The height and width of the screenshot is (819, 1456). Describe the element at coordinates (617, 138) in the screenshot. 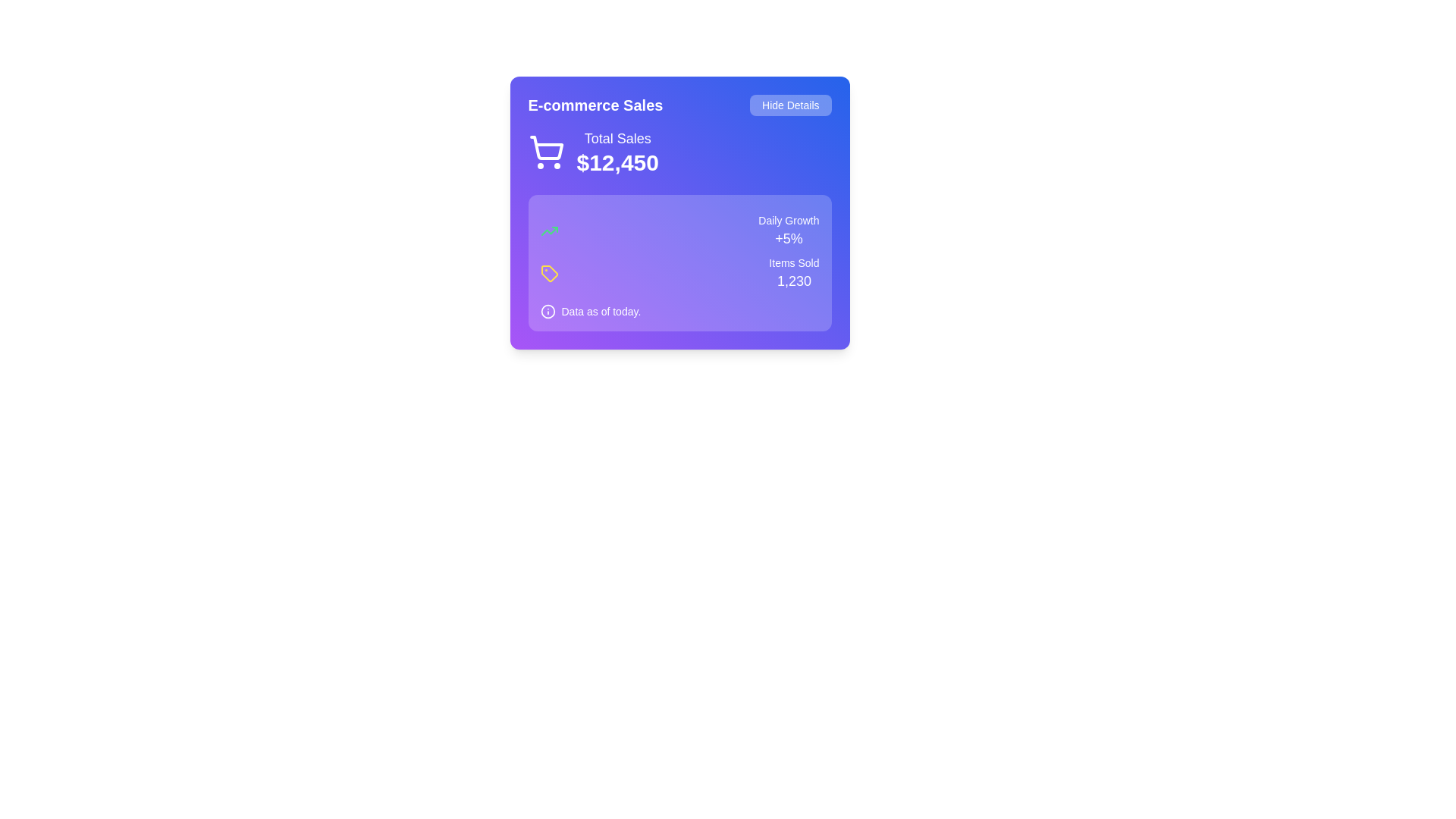

I see `the Text label indicating the total sales figure '$12,450', positioned above it within the 'E-commerce Sales' card` at that location.